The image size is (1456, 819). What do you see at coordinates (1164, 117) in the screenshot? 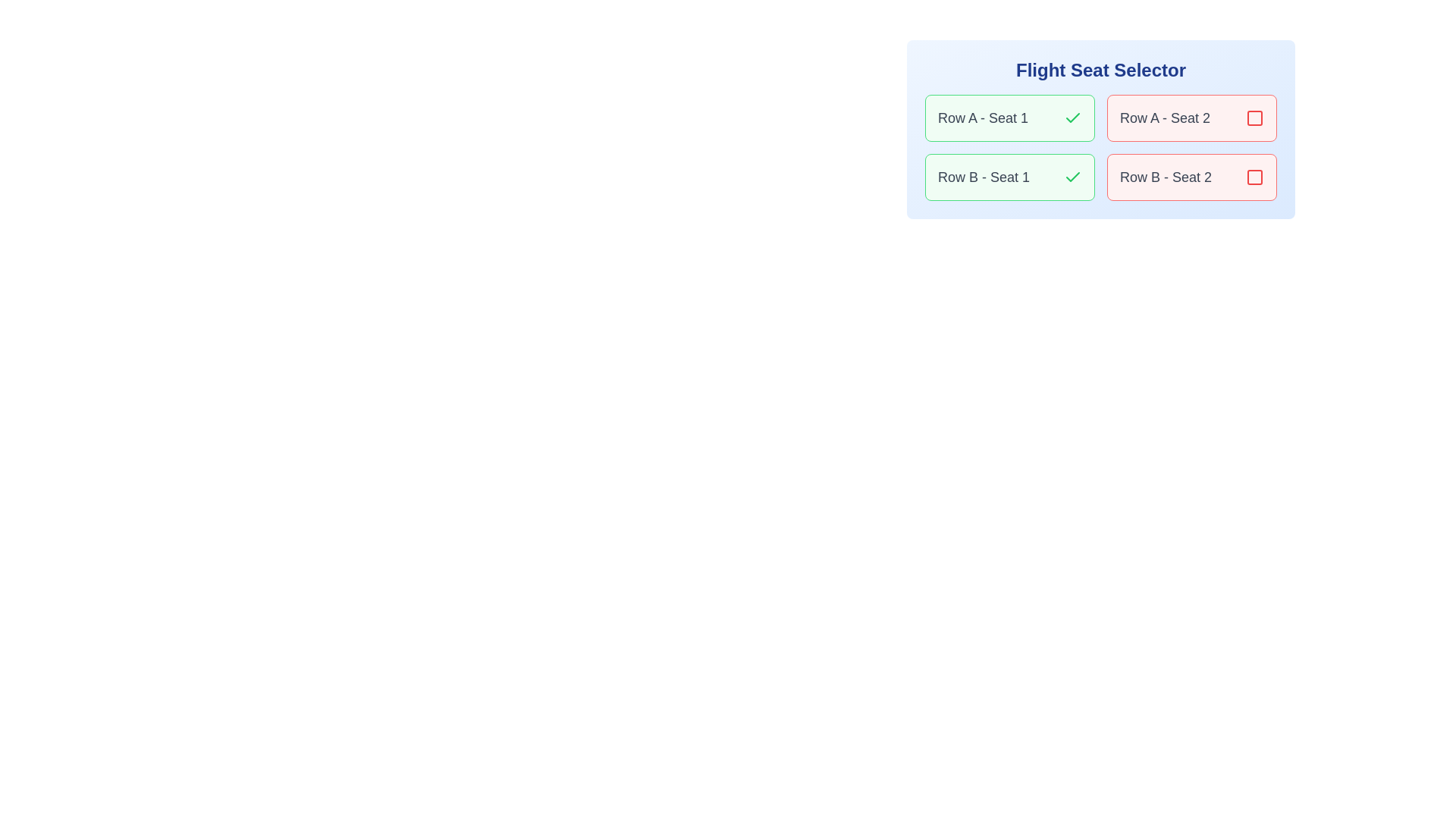
I see `the text label reading 'Row A - Seat 2', which is styled with a medium, dark-gray font and located in a rectangular box with a soft red background` at bounding box center [1164, 117].